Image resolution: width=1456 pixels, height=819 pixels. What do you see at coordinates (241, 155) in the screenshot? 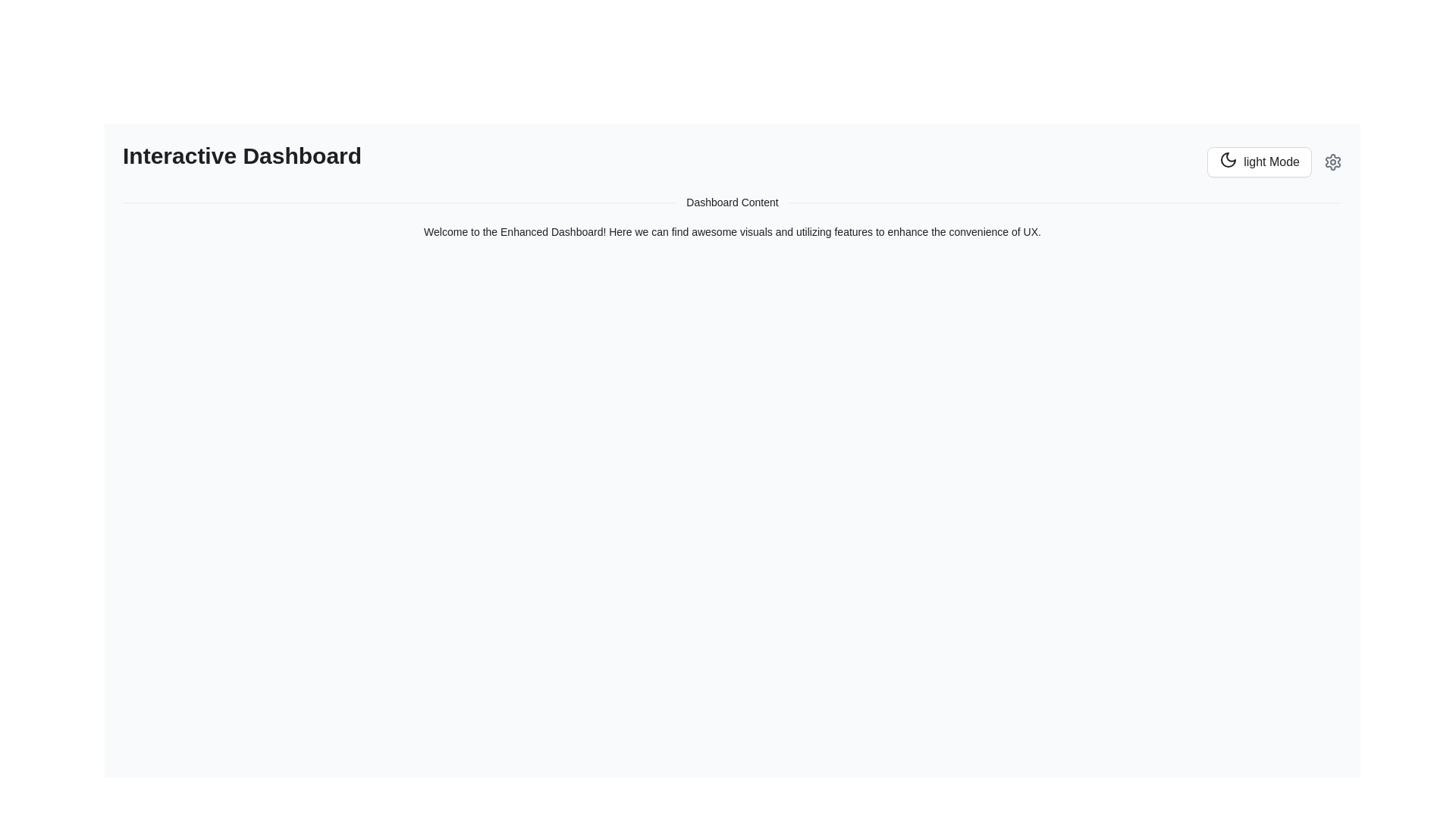
I see `the Text label at the upper-left corner of the dashboard interface, which serves as the title or heading for the current page` at bounding box center [241, 155].